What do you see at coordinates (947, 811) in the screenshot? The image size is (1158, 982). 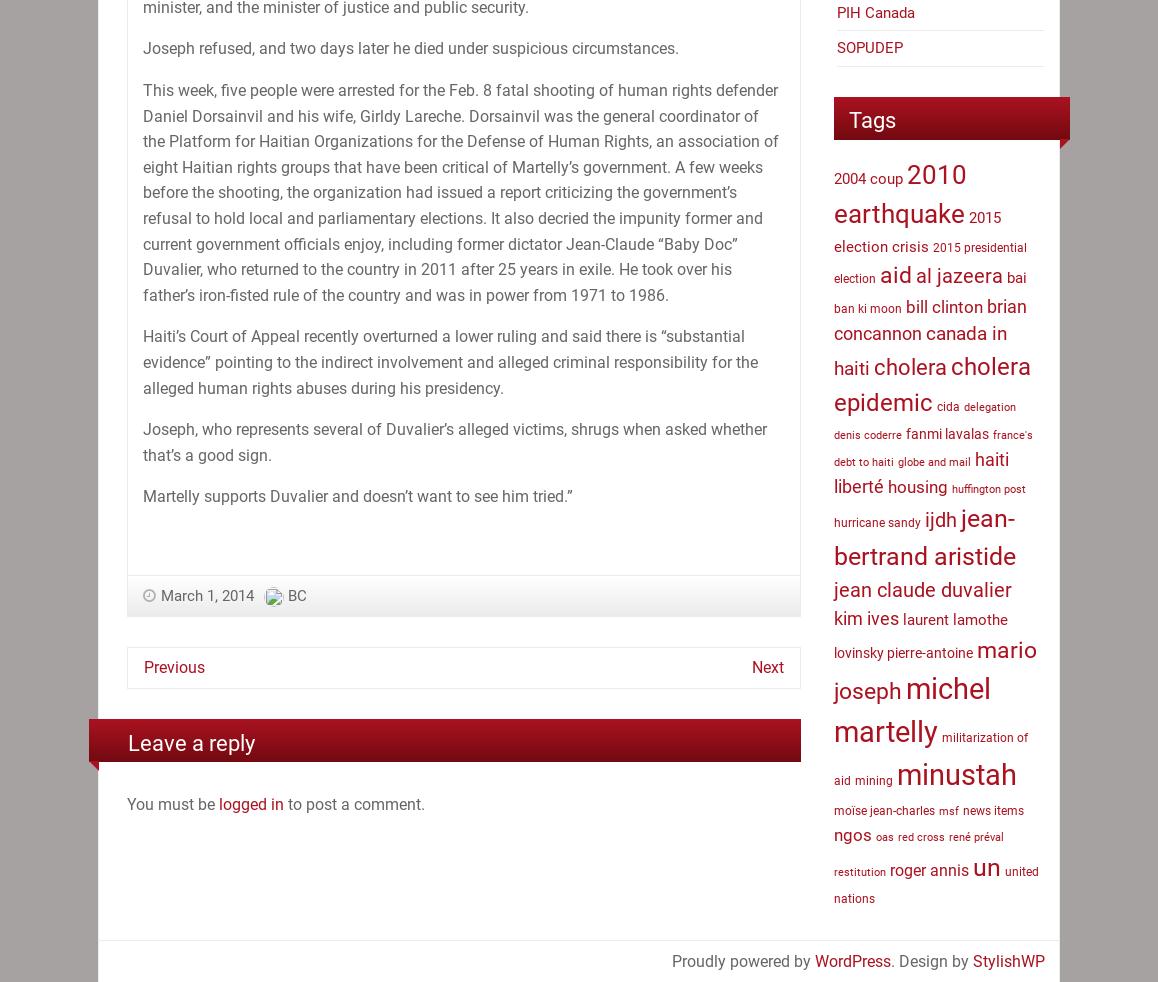 I see `'msf'` at bounding box center [947, 811].